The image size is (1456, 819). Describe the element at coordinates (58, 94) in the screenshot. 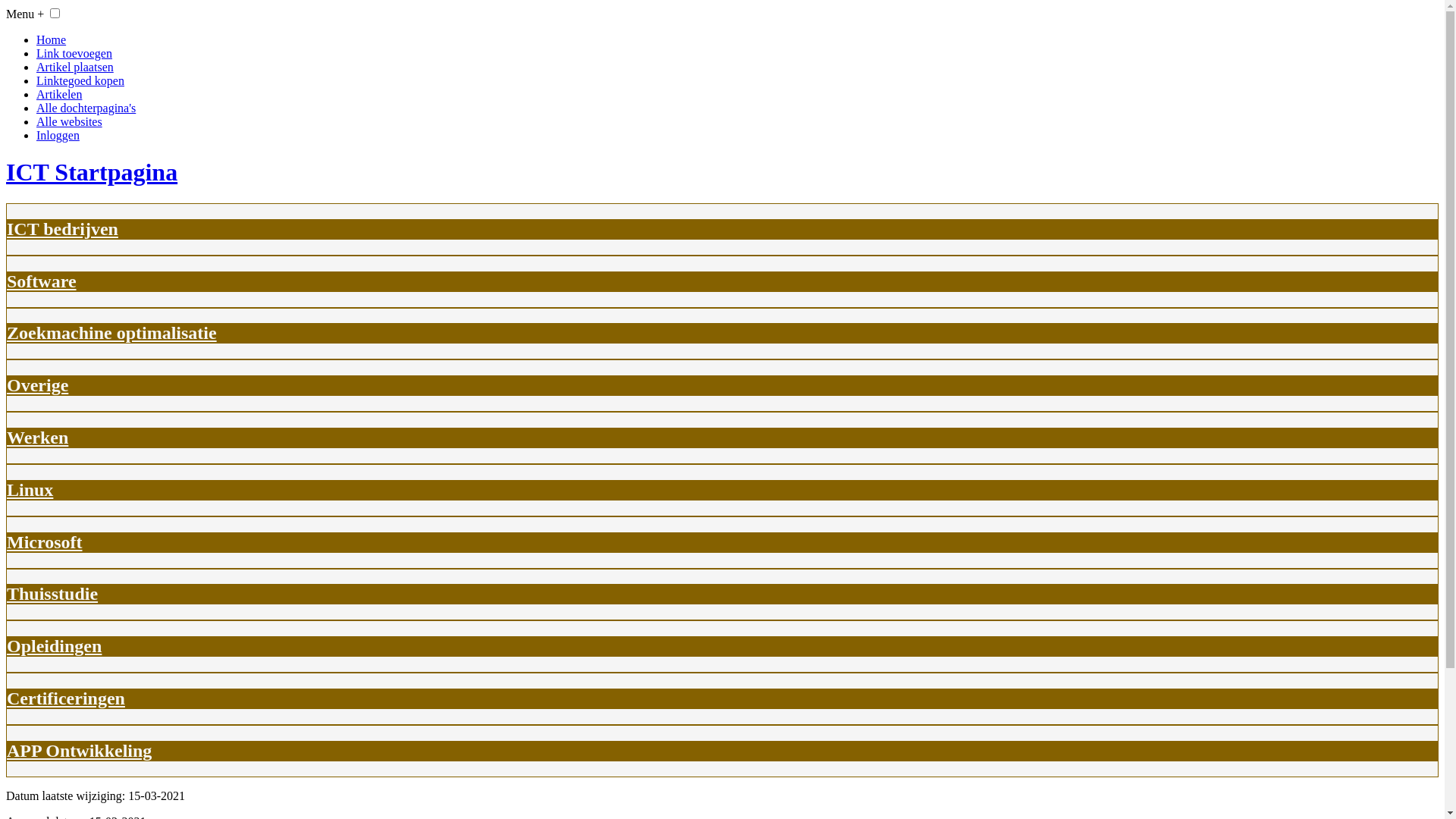

I see `'Artikelen'` at that location.